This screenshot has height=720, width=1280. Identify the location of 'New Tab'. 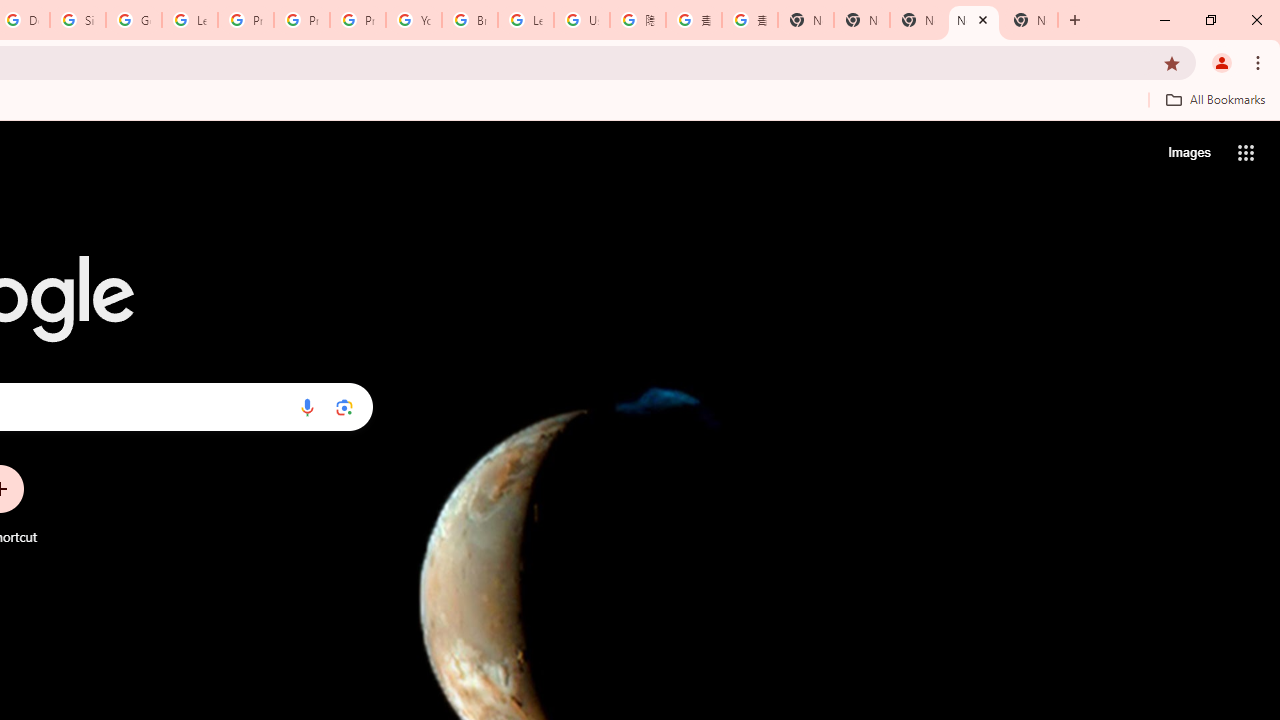
(1030, 20).